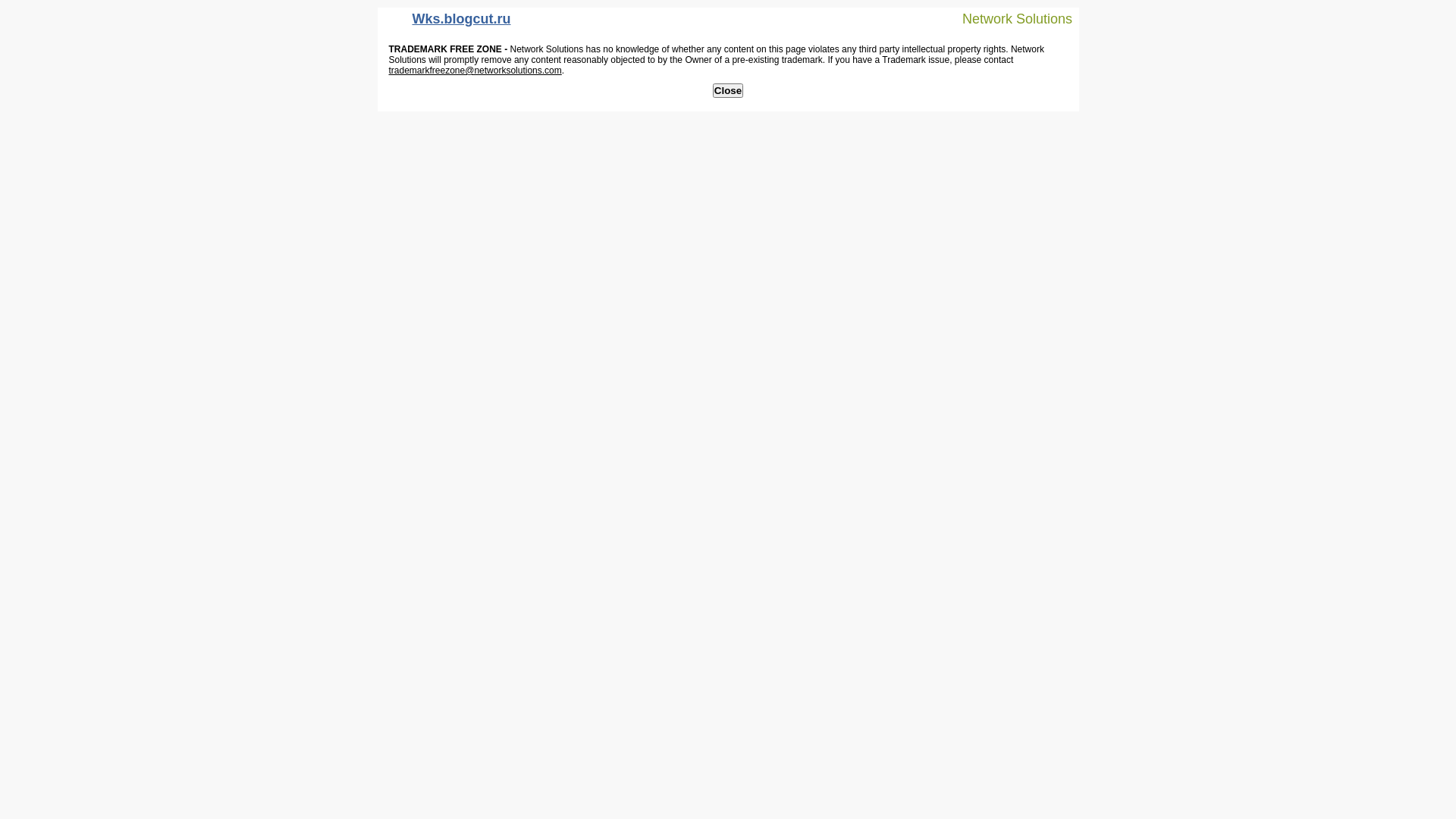 Image resolution: width=1456 pixels, height=819 pixels. What do you see at coordinates (447, 22) in the screenshot?
I see `'Wks.blogcut.ru'` at bounding box center [447, 22].